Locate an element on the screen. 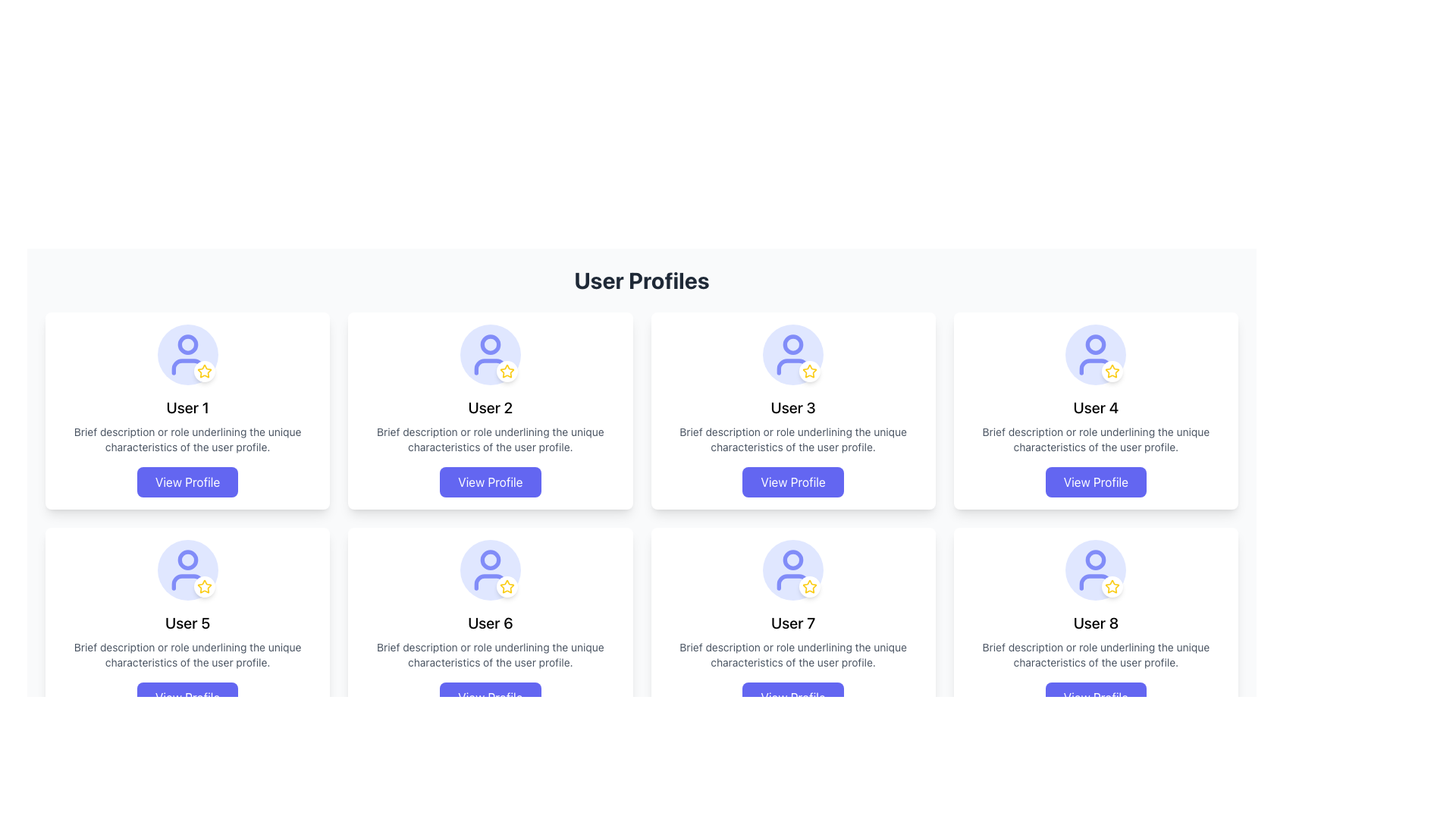  the decorative circular shape within the user profile icon located in the third profile card in the top row of the grid layout is located at coordinates (792, 344).